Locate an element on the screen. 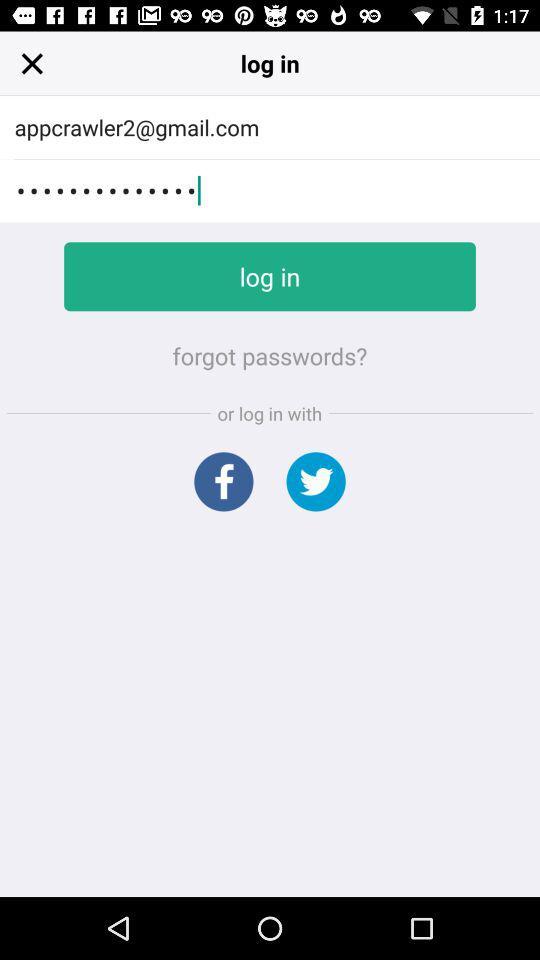 This screenshot has height=960, width=540. login with facebook is located at coordinates (222, 480).